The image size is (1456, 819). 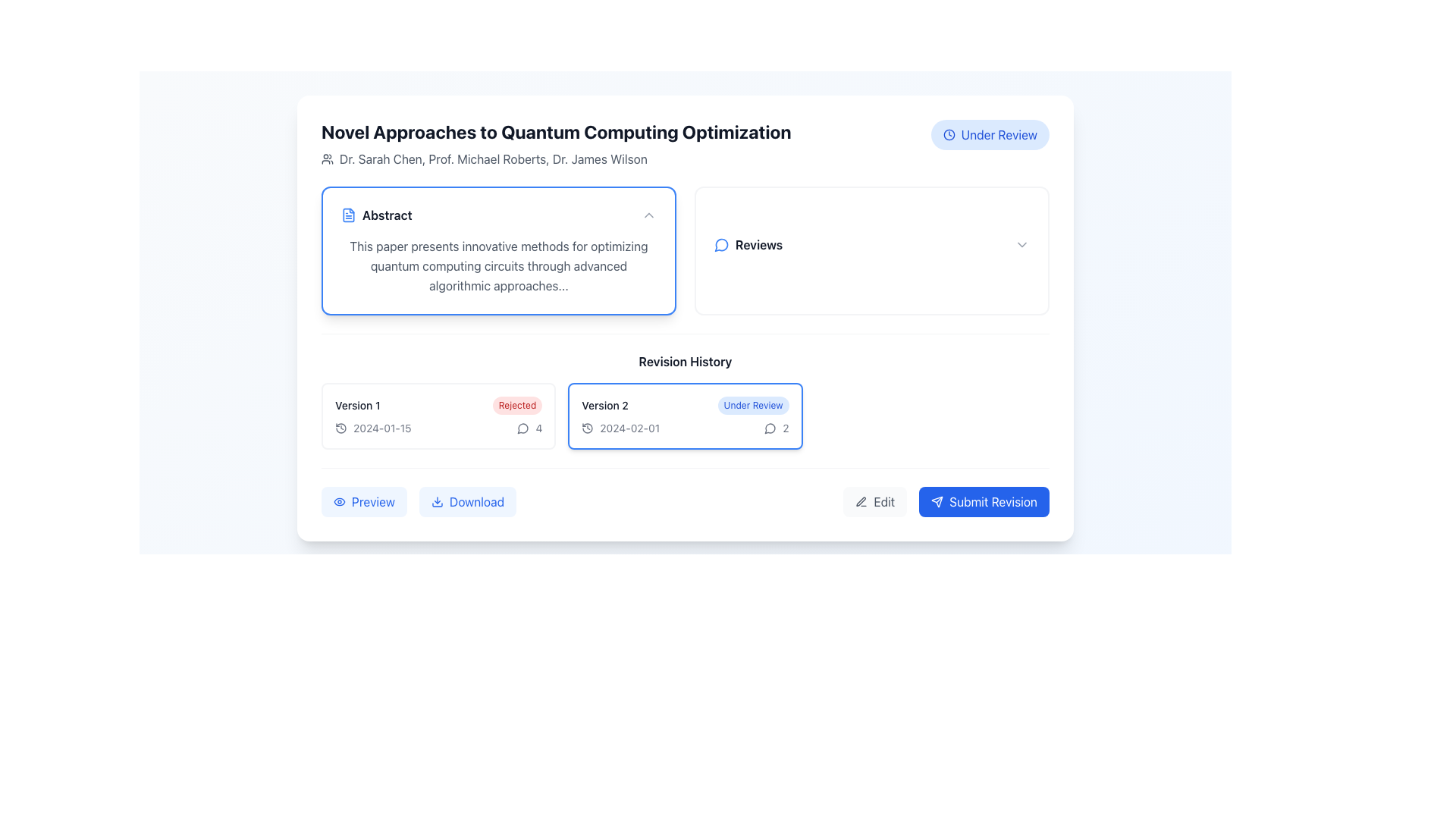 What do you see at coordinates (948, 133) in the screenshot?
I see `the status icon indicating 'Under Review' located at the top-right corner of the main content area` at bounding box center [948, 133].